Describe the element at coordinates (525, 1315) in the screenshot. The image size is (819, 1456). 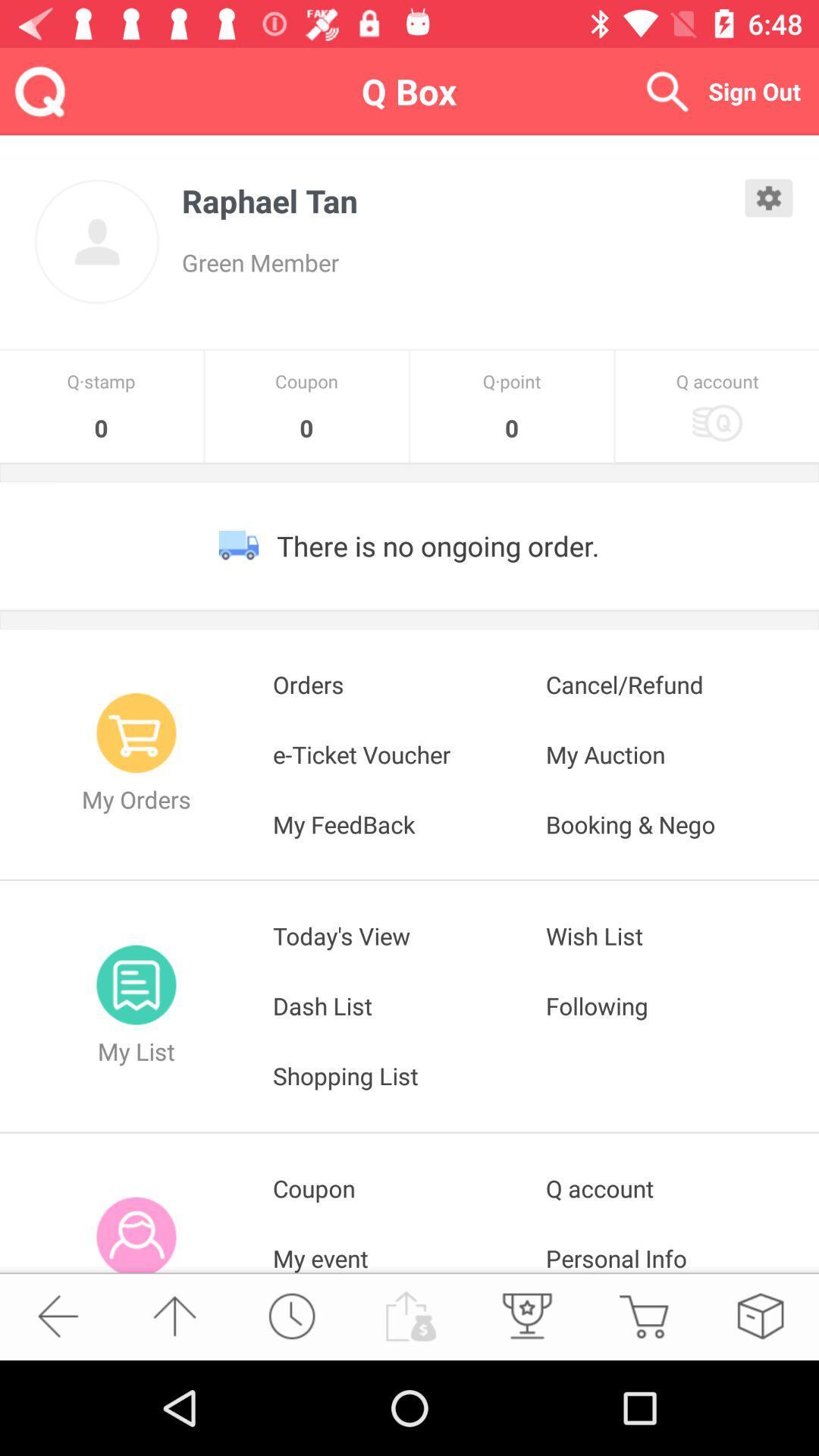
I see `the item below the my event app` at that location.